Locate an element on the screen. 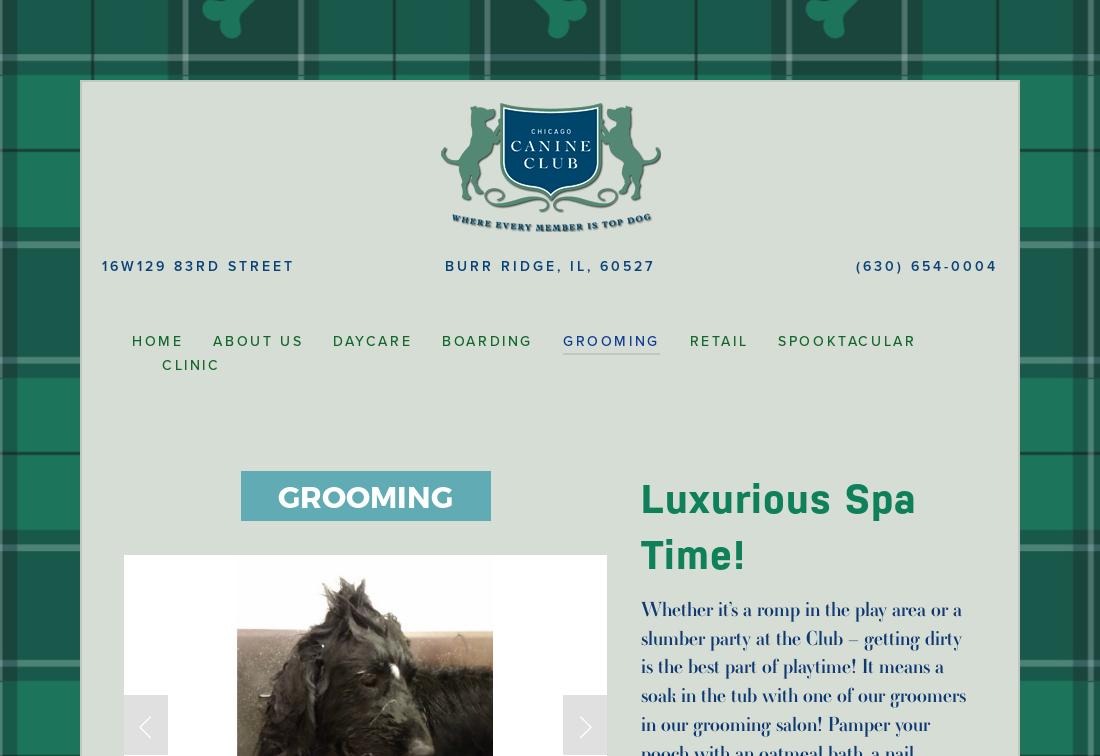 This screenshot has width=1100, height=756. 'Home' is located at coordinates (132, 341).